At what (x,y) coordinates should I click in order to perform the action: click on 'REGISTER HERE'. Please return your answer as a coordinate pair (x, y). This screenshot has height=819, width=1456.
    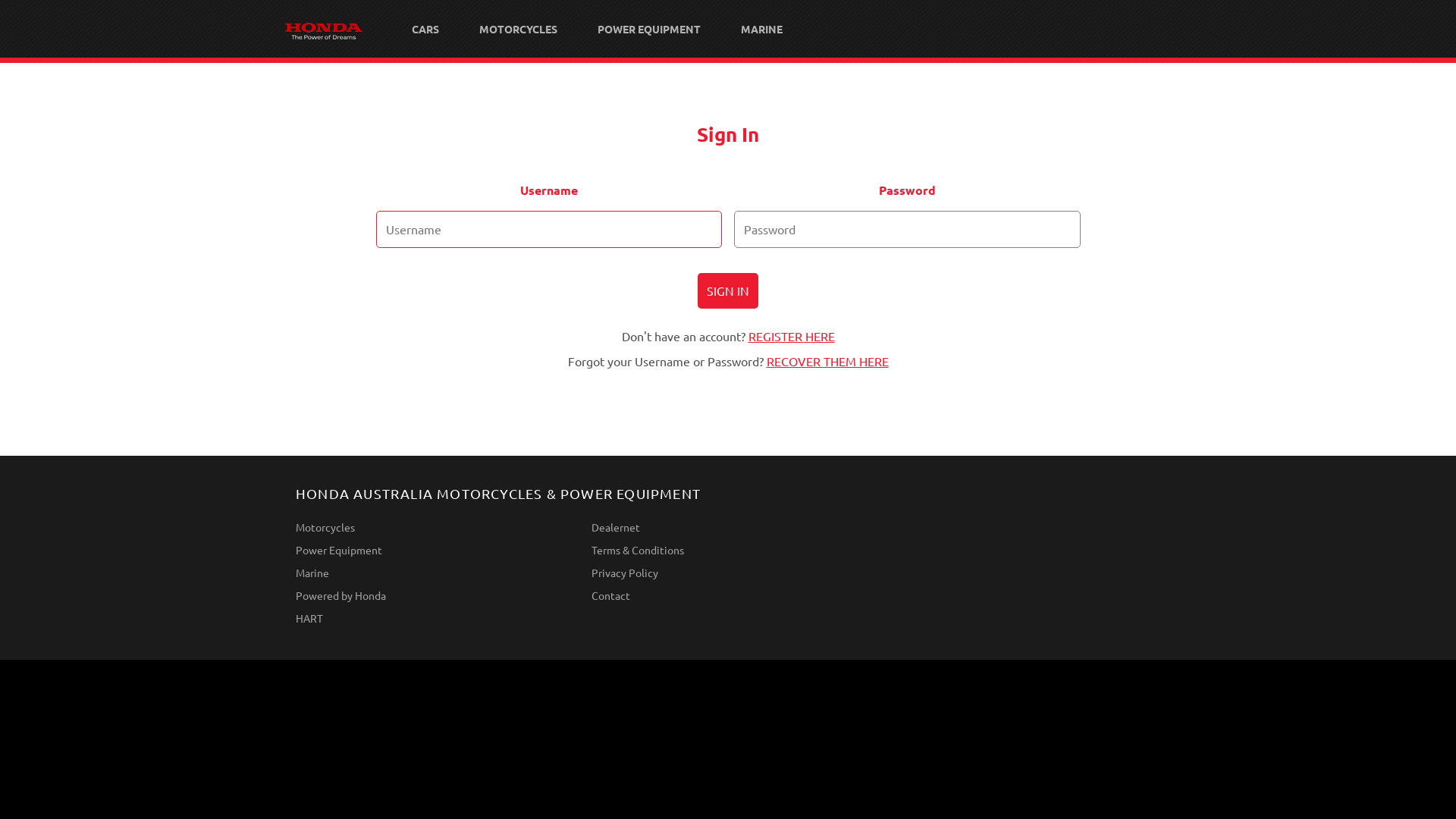
    Looking at the image, I should click on (789, 335).